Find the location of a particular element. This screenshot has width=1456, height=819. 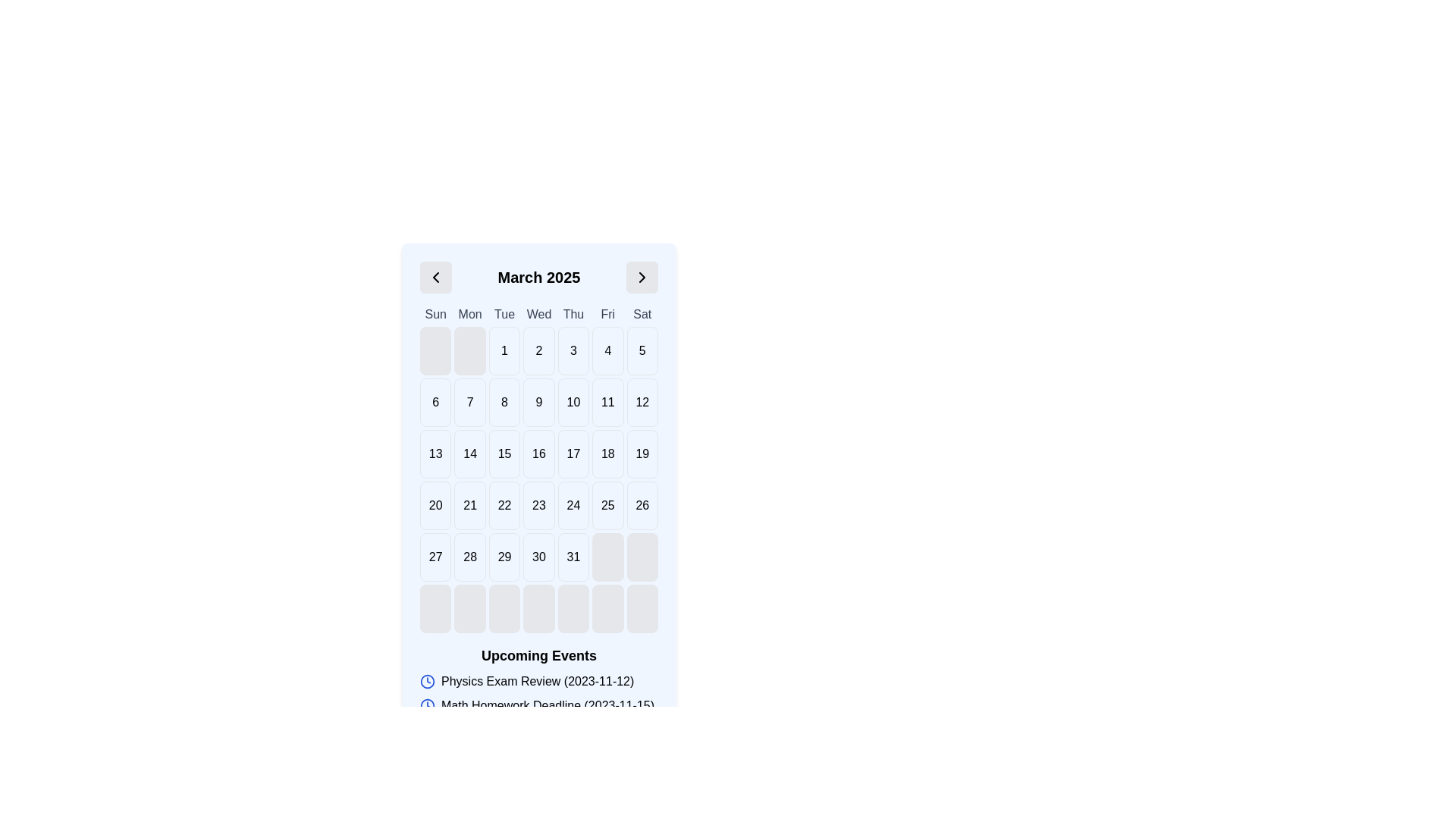

the calendar day tile representing the 8th day of the month, located in the third column of the second row beneath 'Tue' is located at coordinates (504, 402).